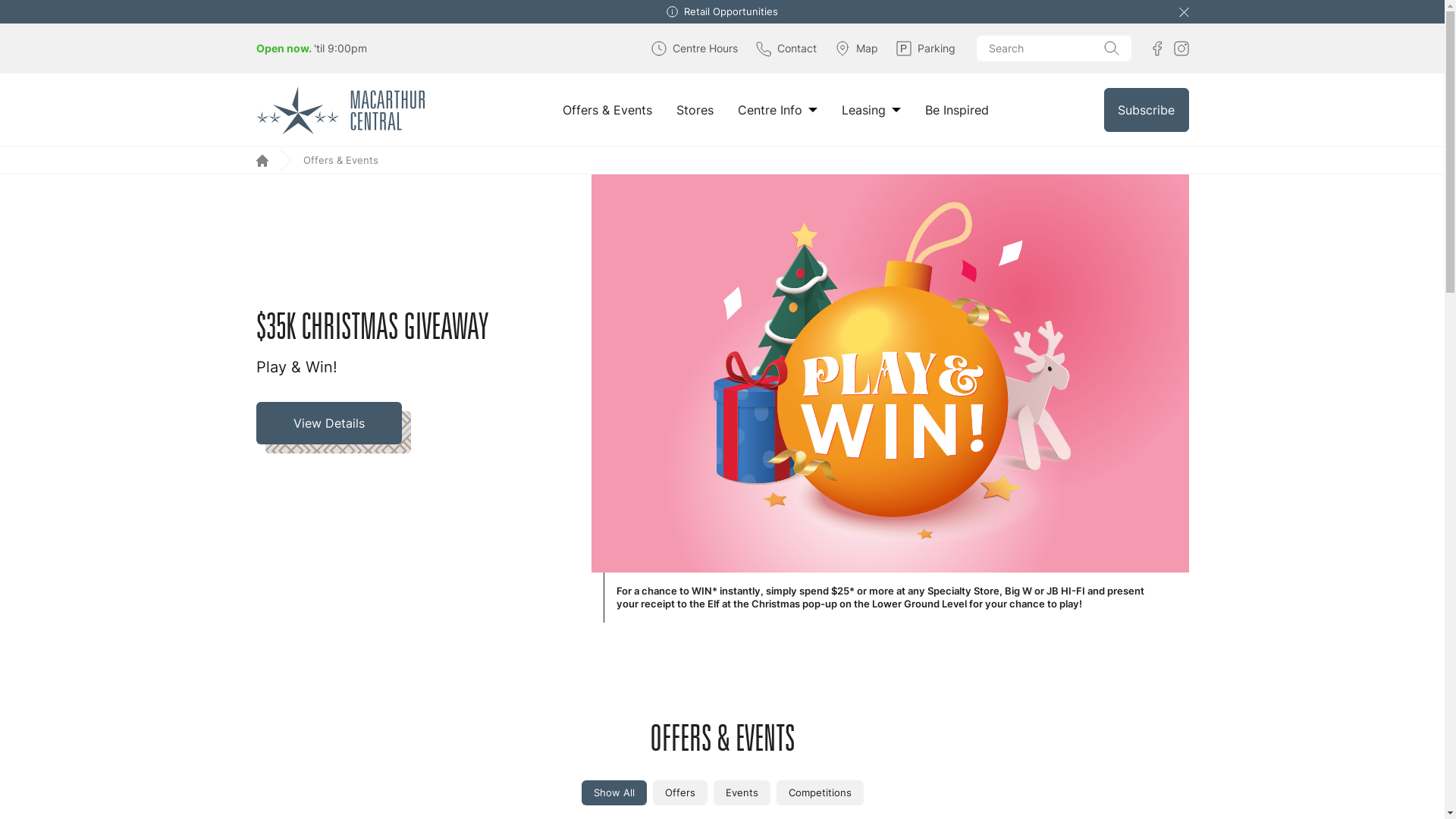 This screenshot has width=1456, height=819. Describe the element at coordinates (736, 109) in the screenshot. I see `'Centre Info'` at that location.